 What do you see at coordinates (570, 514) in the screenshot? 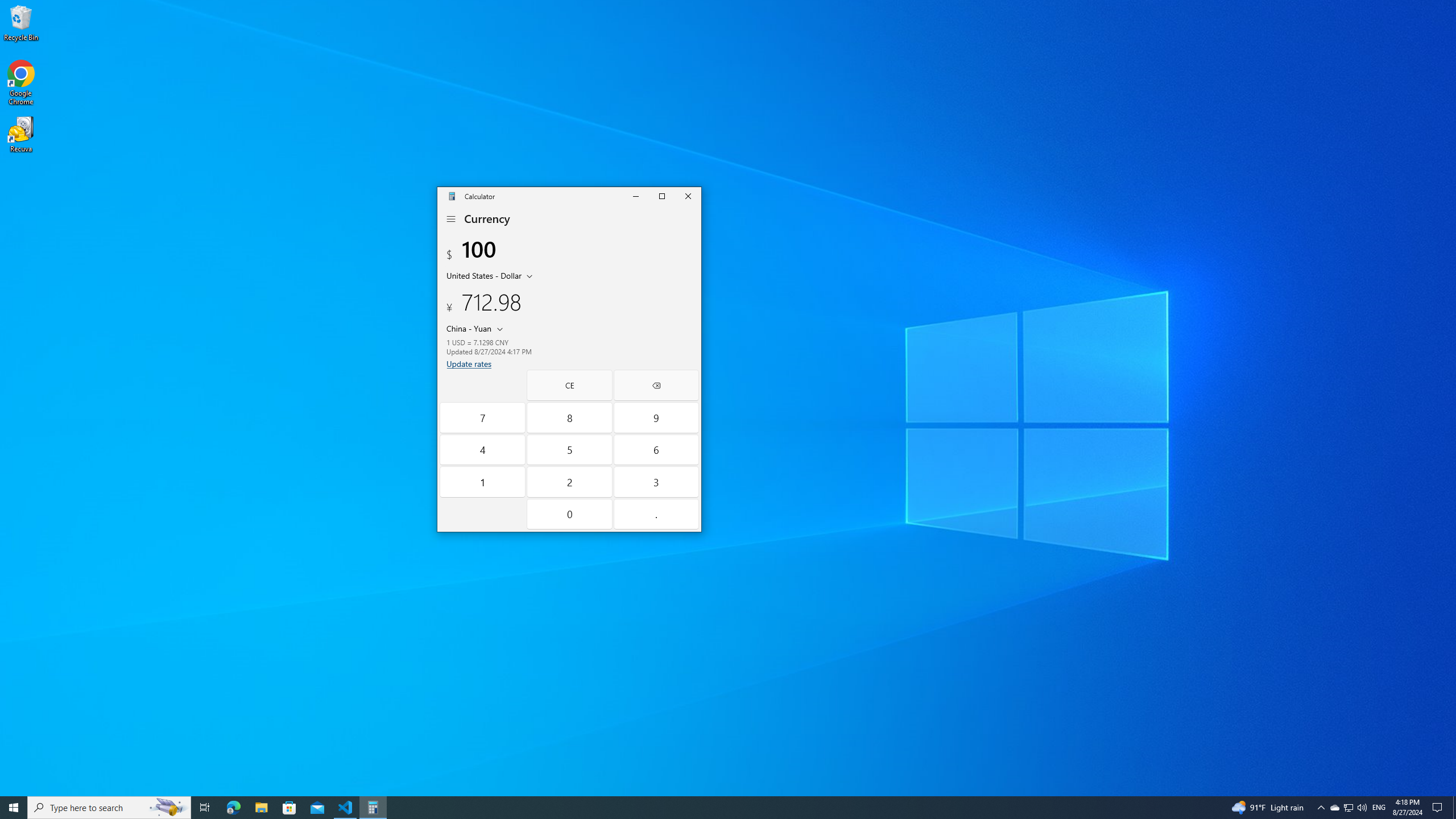
I see `'Zero'` at bounding box center [570, 514].